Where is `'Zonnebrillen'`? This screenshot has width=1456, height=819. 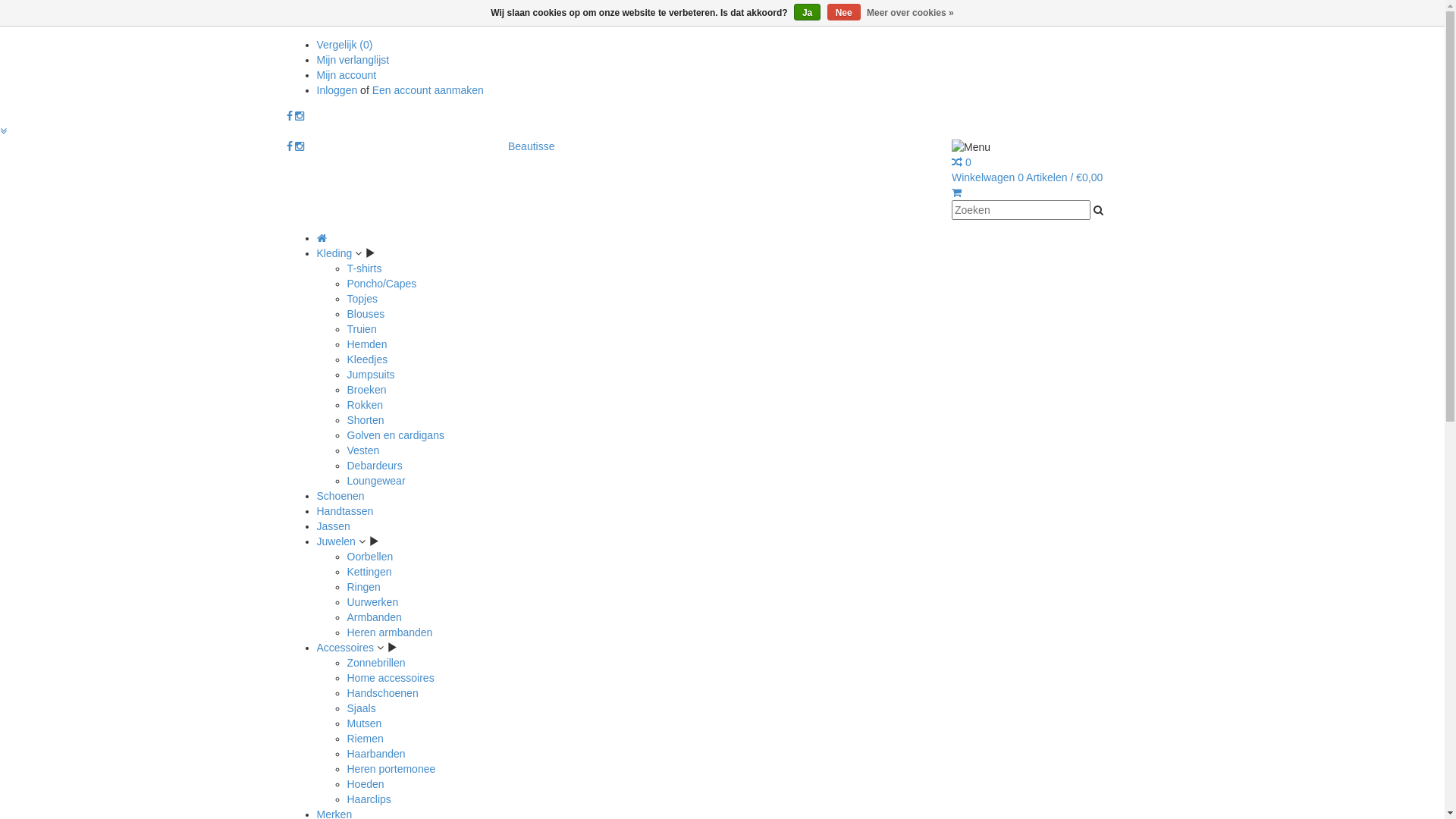
'Zonnebrillen' is located at coordinates (346, 662).